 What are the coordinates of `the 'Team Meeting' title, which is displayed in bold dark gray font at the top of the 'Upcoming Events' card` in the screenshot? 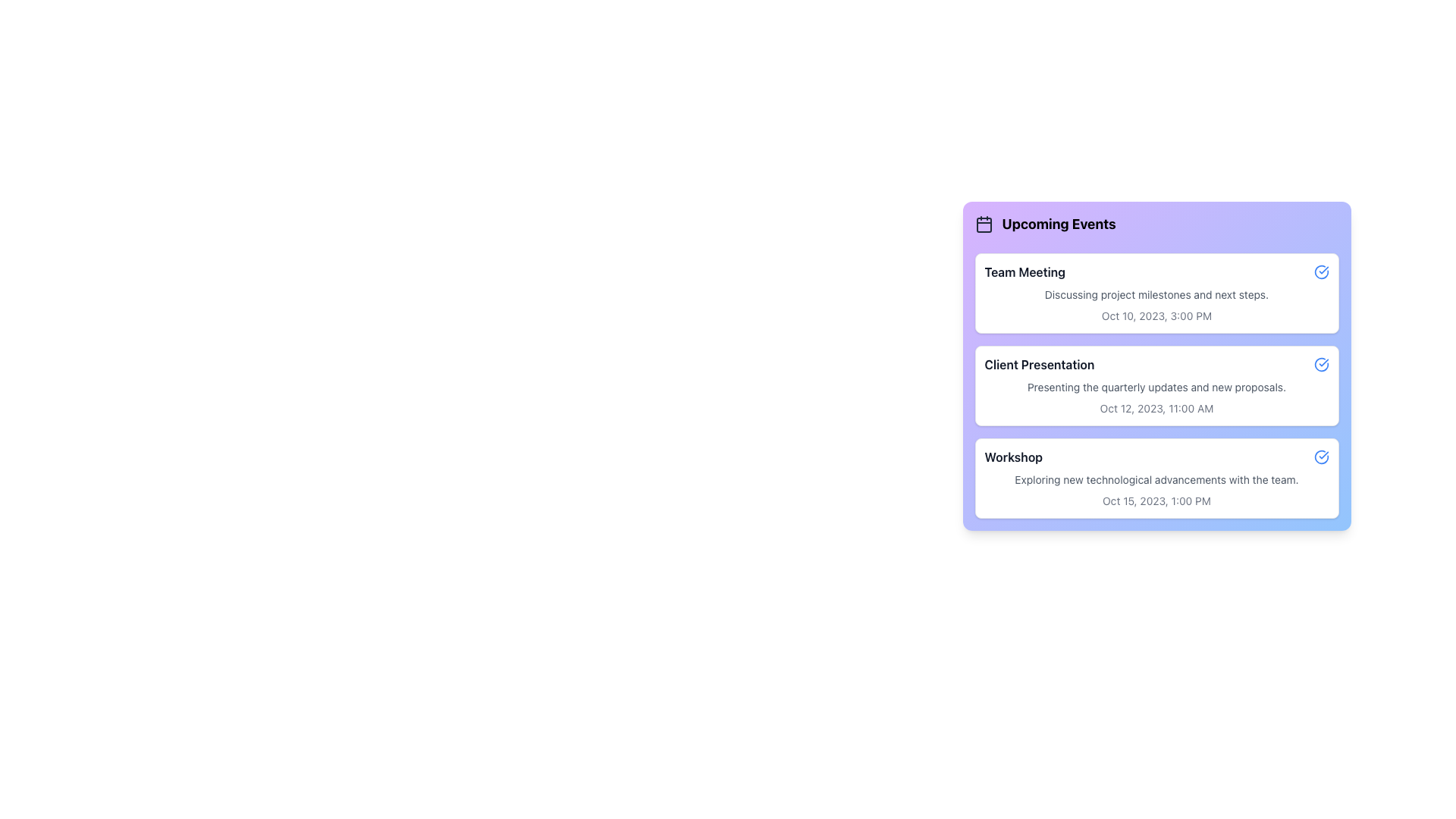 It's located at (1025, 271).